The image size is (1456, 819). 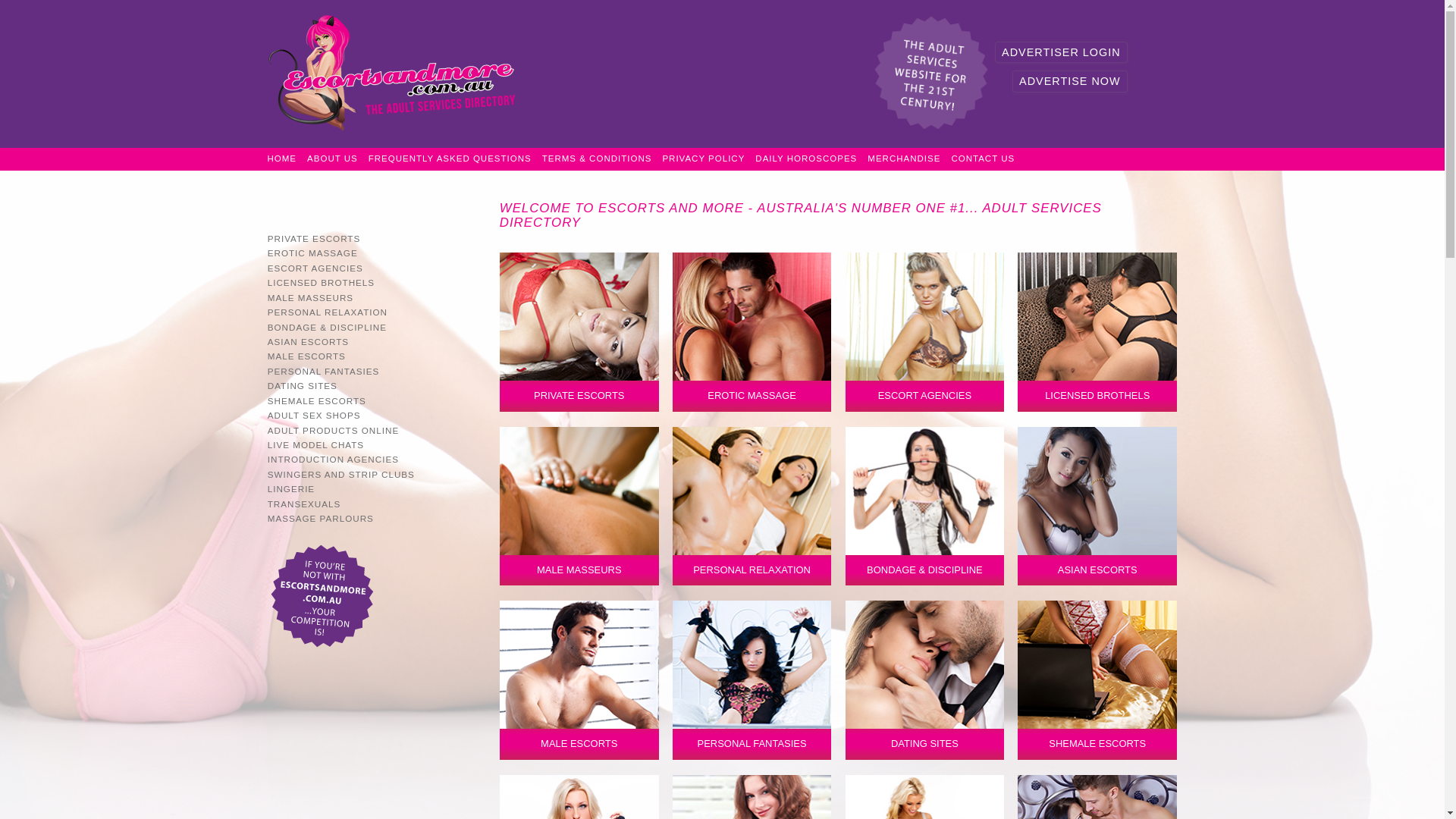 I want to click on 'Personal Relaxation', so click(x=752, y=506).